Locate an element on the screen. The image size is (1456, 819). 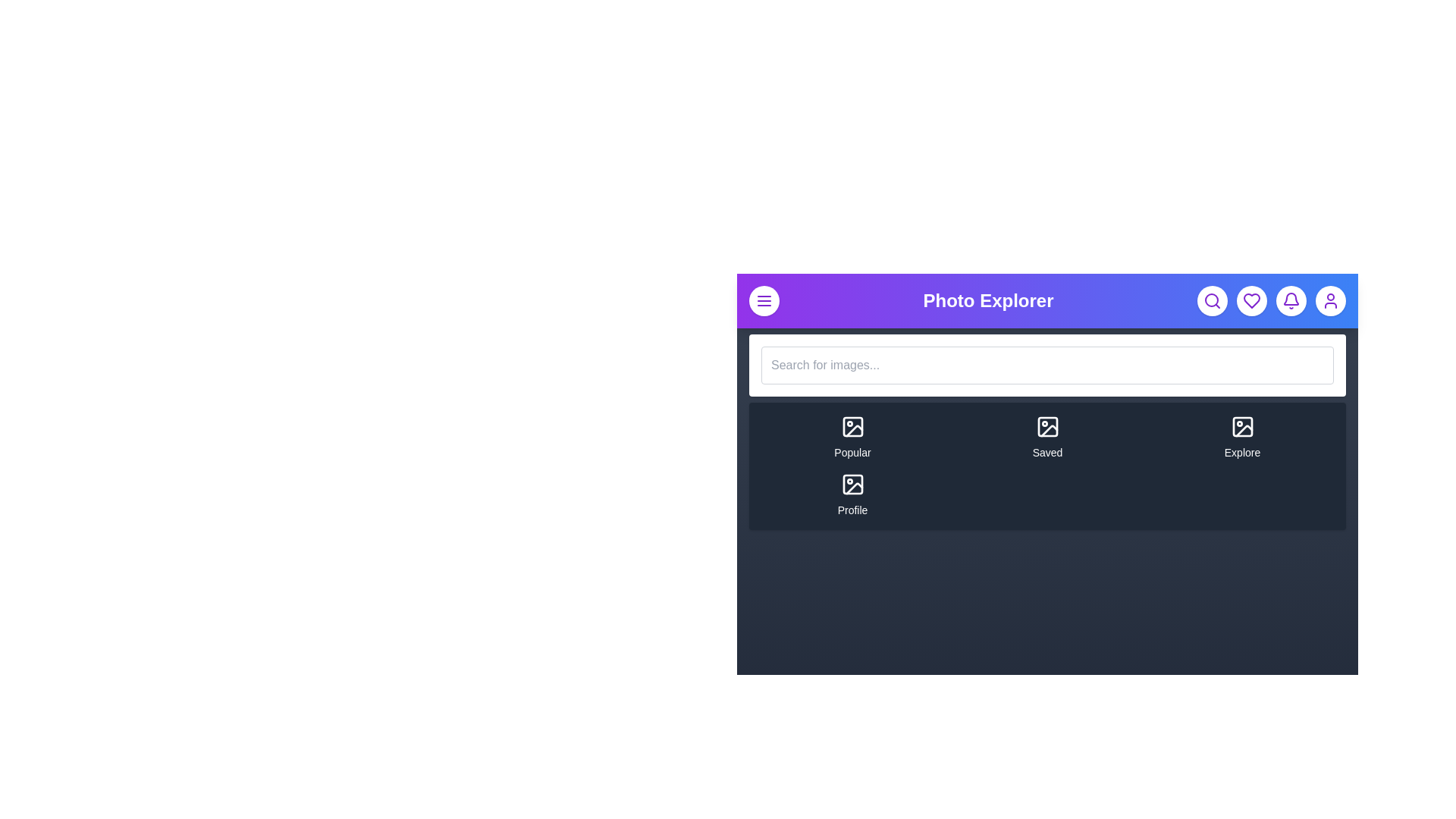
the navigation item Popular is located at coordinates (852, 438).